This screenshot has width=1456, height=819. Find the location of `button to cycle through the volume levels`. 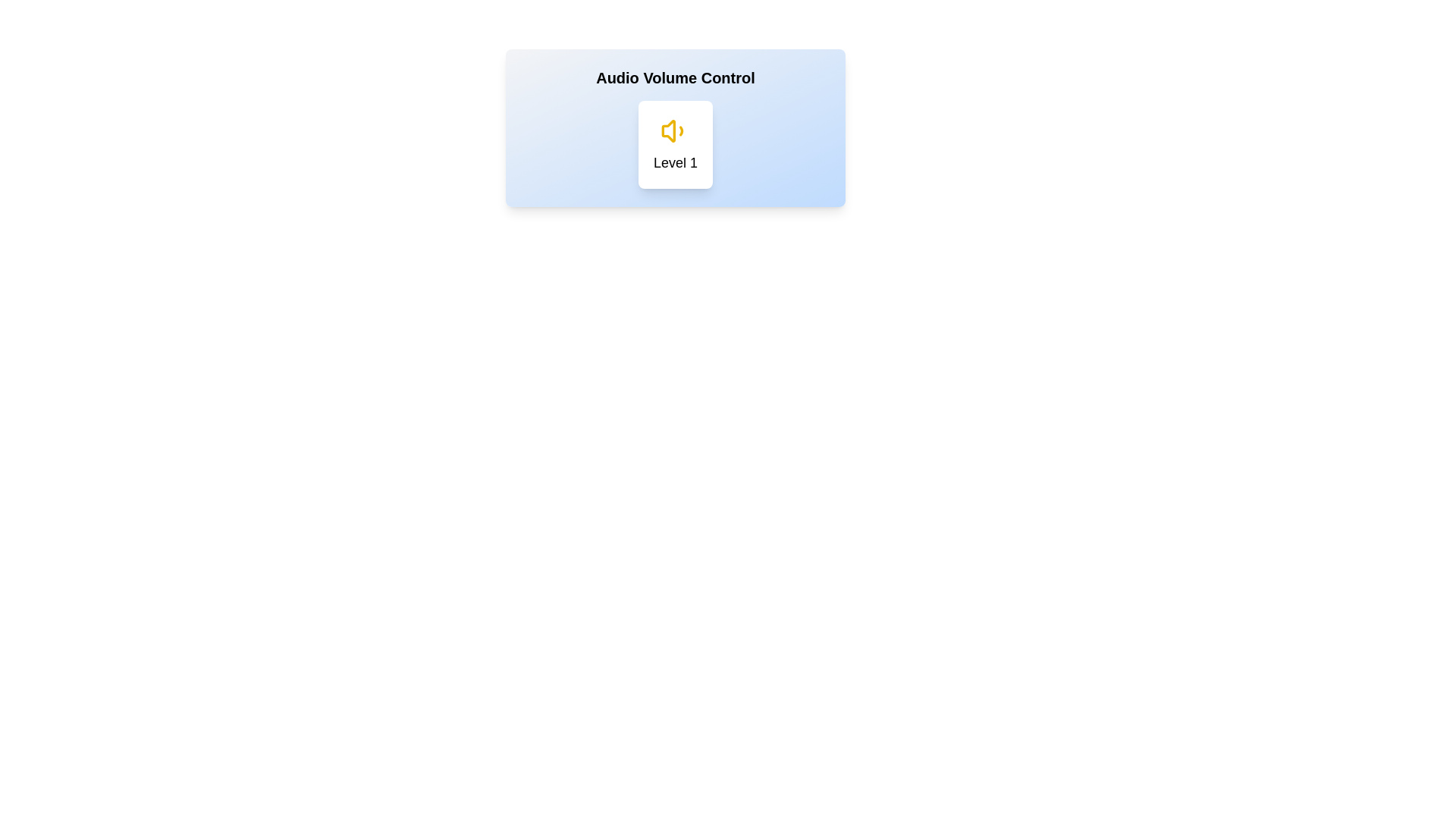

button to cycle through the volume levels is located at coordinates (675, 145).